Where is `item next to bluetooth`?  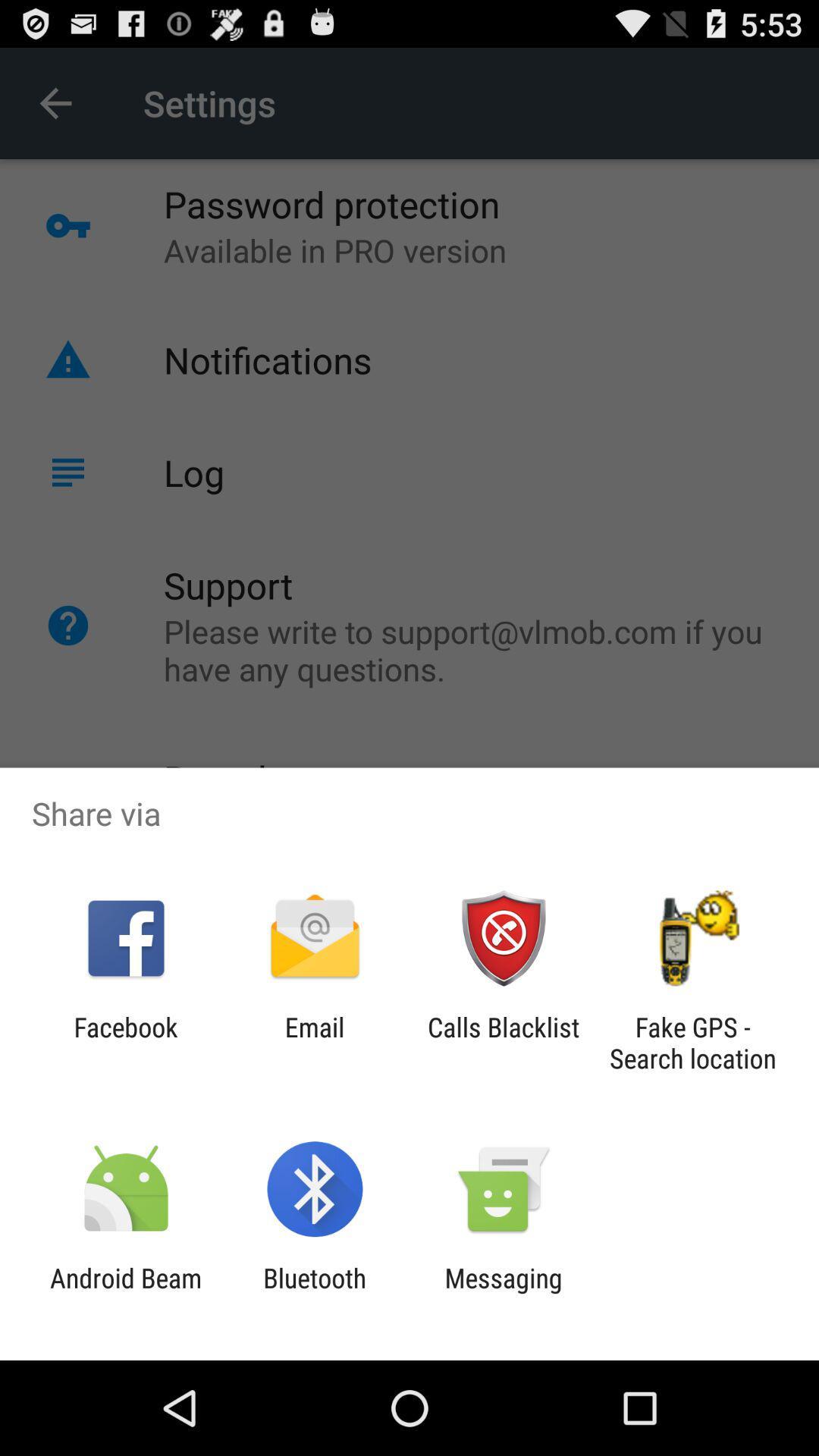
item next to bluetooth is located at coordinates (125, 1293).